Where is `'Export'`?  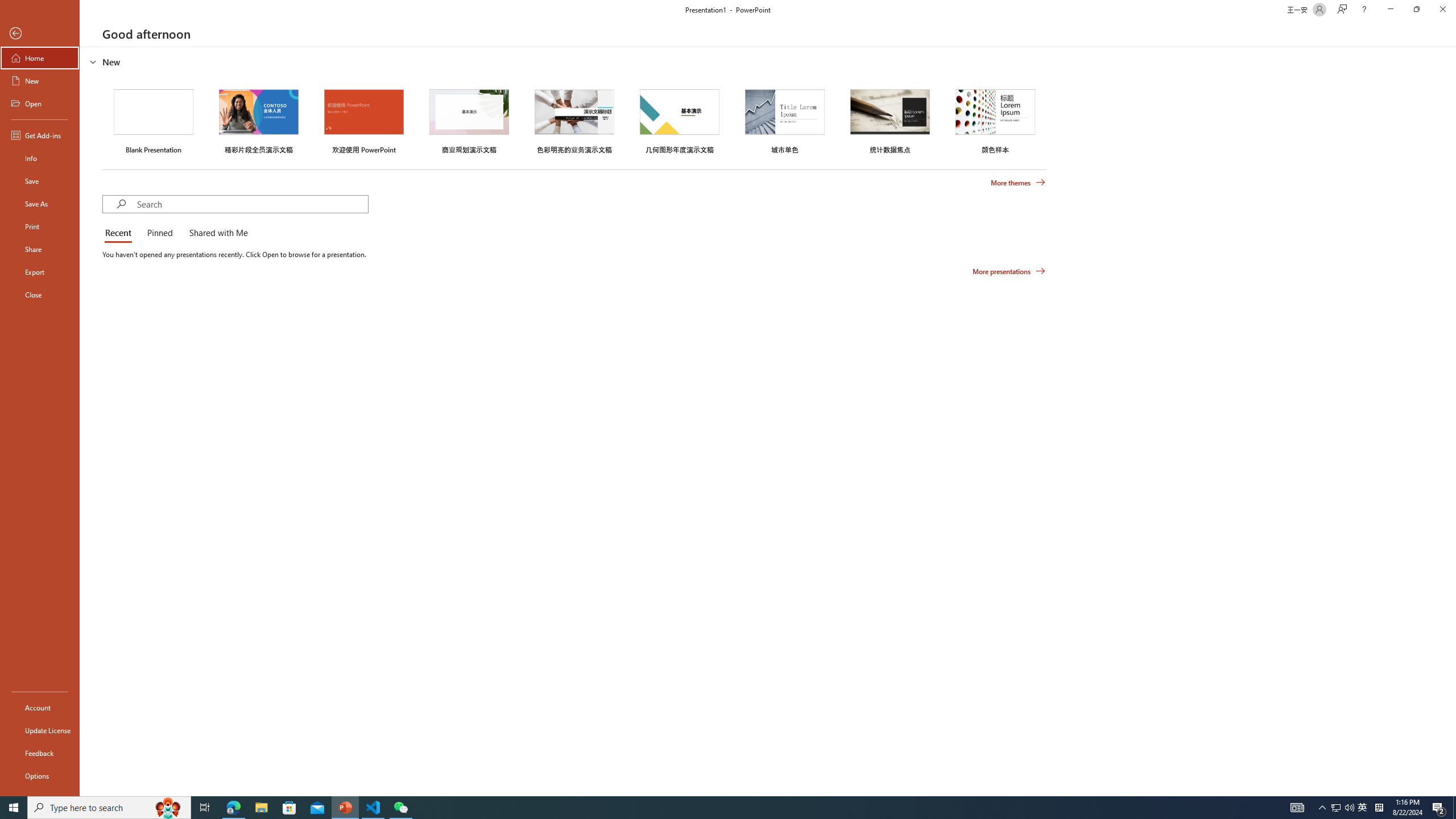 'Export' is located at coordinates (39, 272).